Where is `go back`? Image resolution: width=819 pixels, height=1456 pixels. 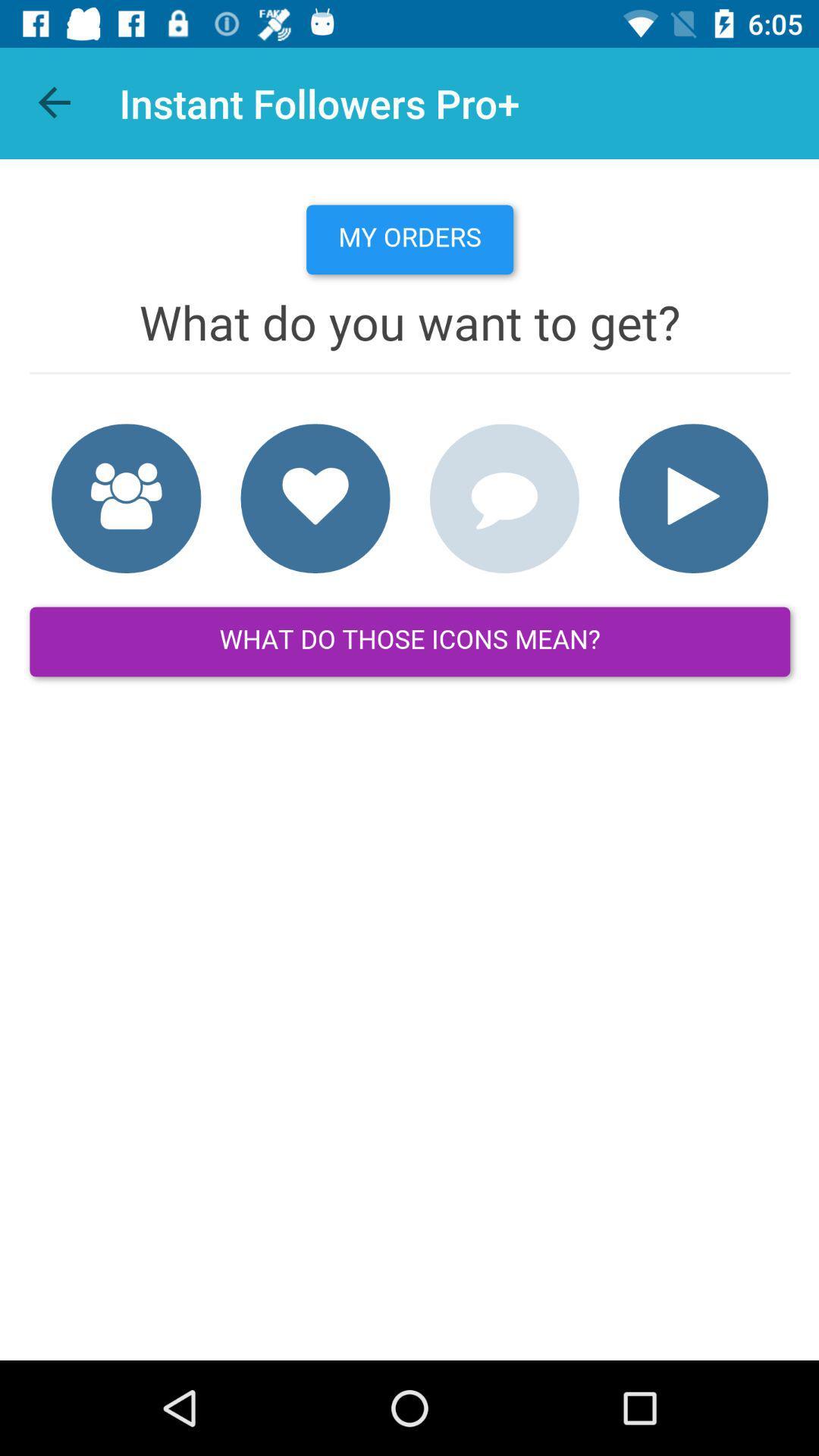 go back is located at coordinates (55, 102).